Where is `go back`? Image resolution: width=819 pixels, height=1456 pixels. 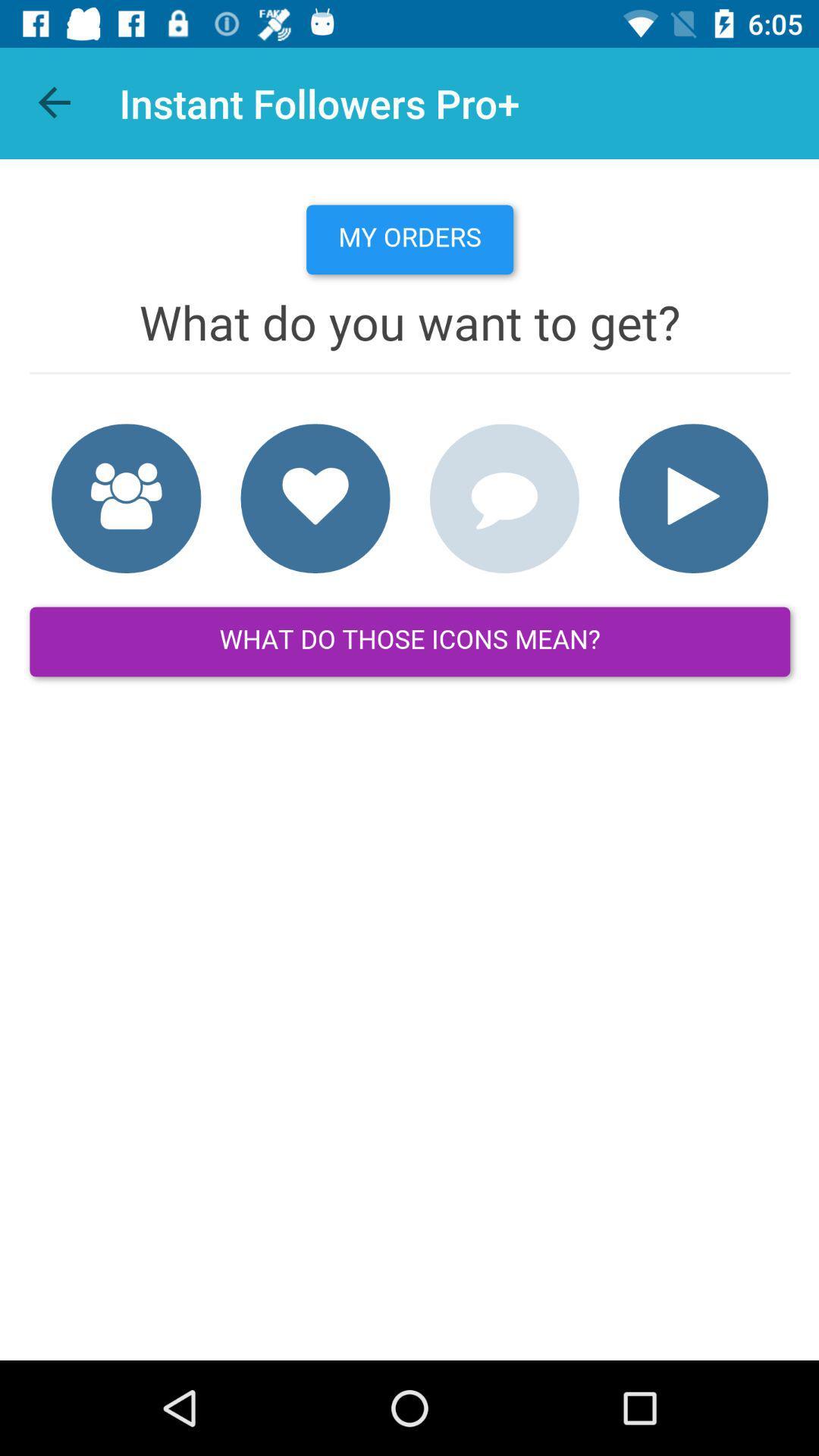 go back is located at coordinates (55, 102).